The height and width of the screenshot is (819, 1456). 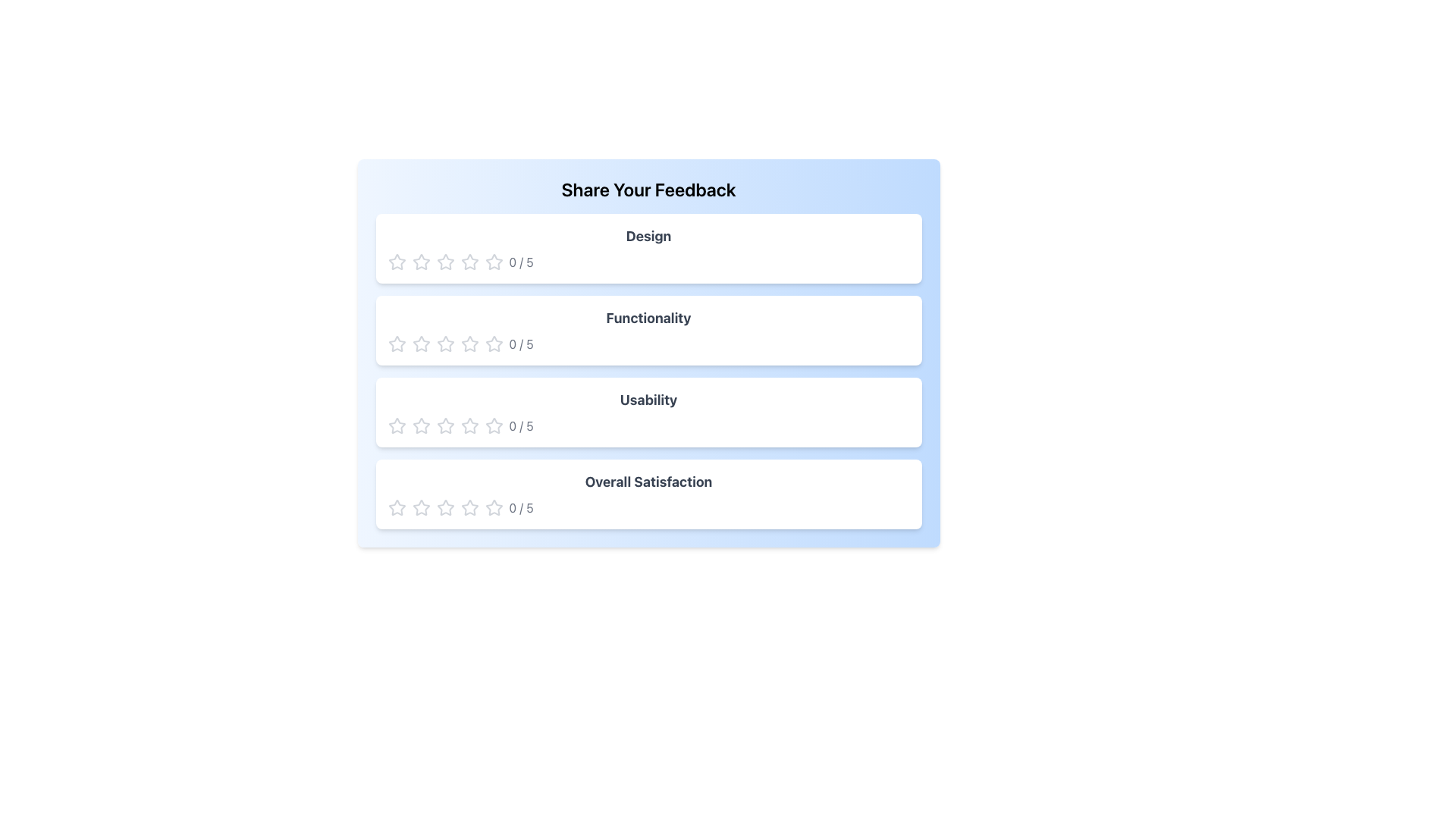 What do you see at coordinates (469, 261) in the screenshot?
I see `the second star-shaped vector graphic in the rating row under the 'Design' feedback section` at bounding box center [469, 261].